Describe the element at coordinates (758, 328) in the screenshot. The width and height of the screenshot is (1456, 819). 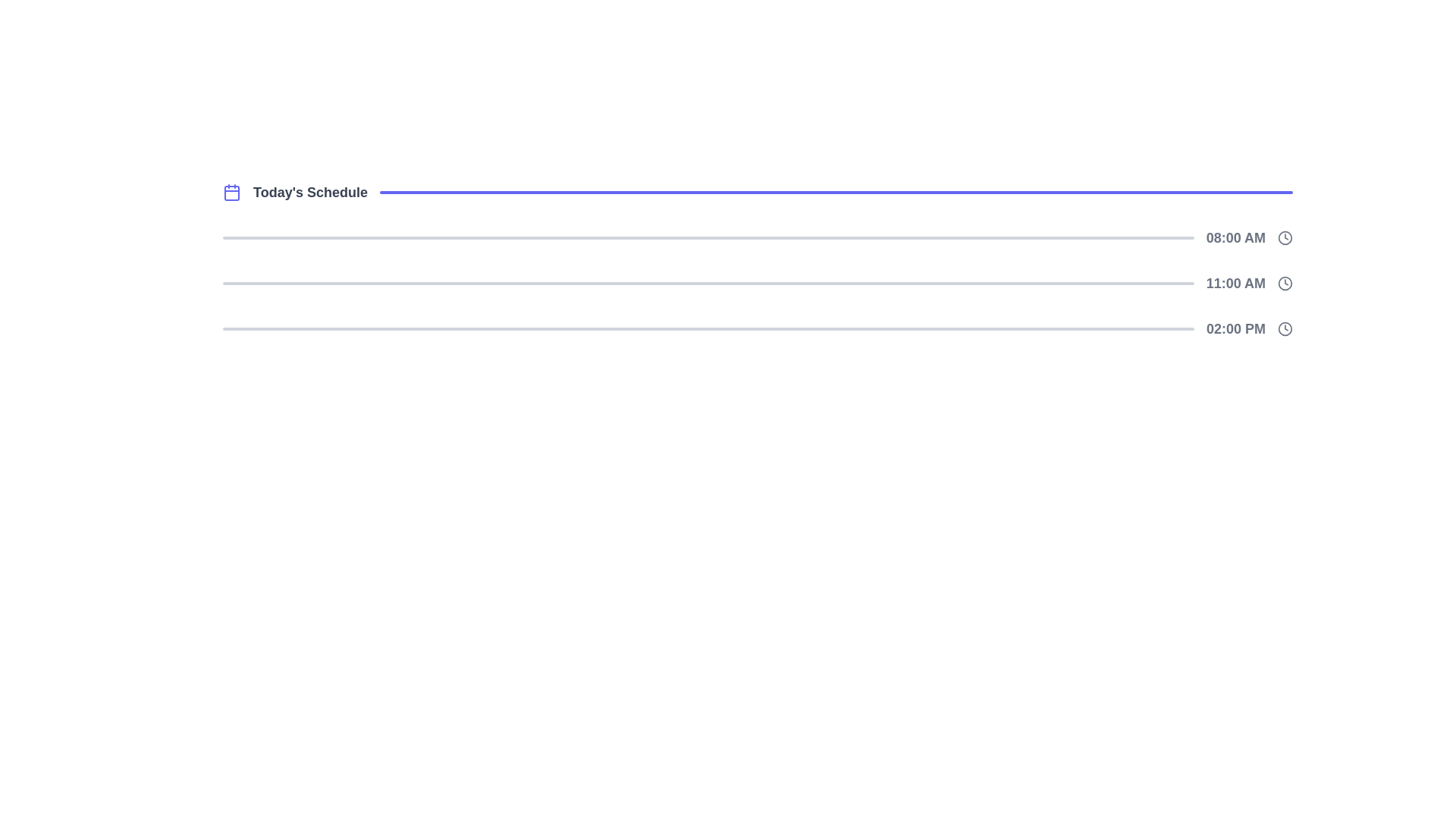
I see `time label of the third schedule entry under 'Today's Schedule', which follows '11:00 AM'` at that location.